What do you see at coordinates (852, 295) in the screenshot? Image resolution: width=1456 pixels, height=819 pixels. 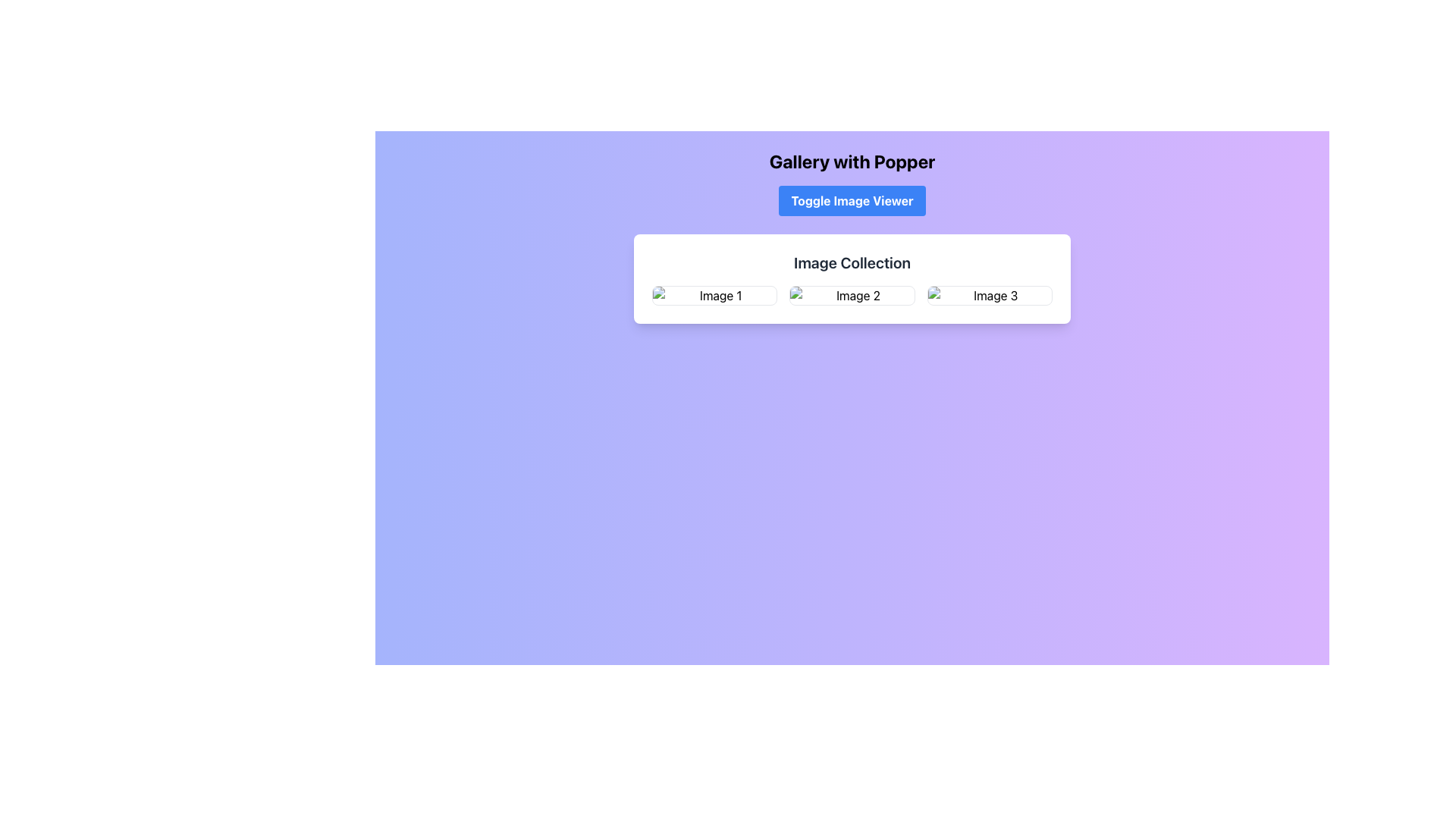 I see `the rectangular image thumbnail labeled 'Image 2'` at bounding box center [852, 295].